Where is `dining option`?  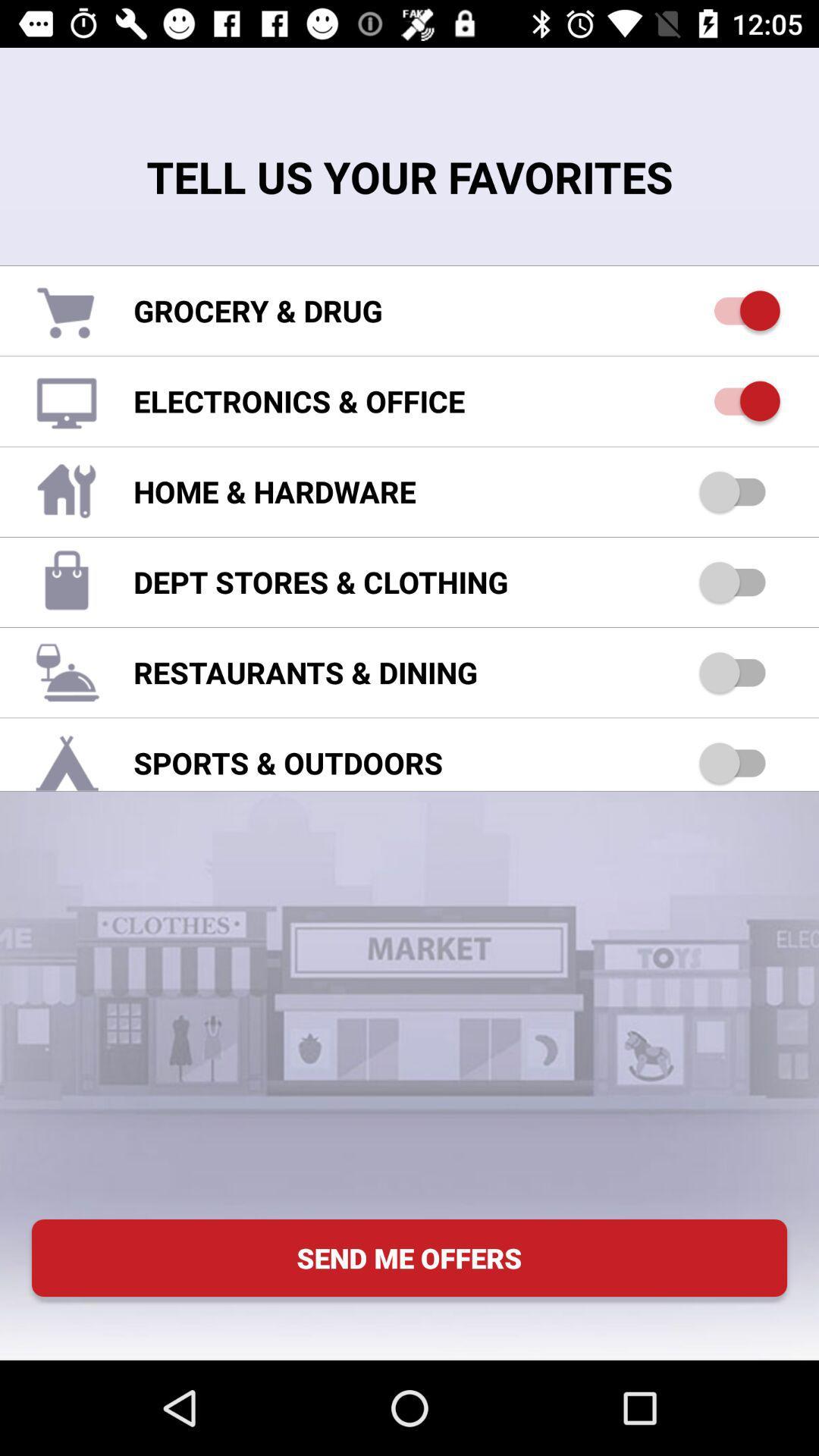 dining option is located at coordinates (739, 671).